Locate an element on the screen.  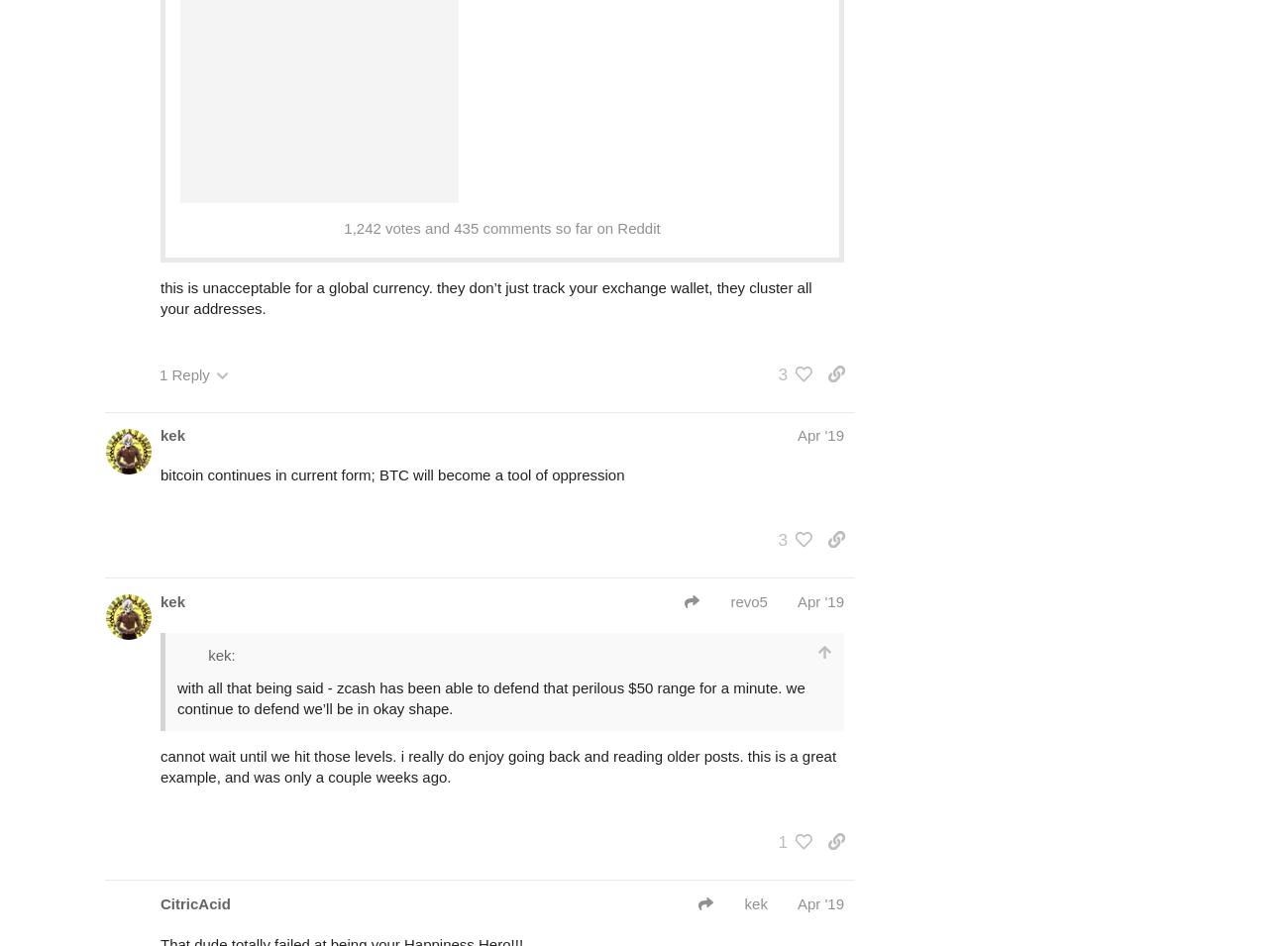
'revo5' is located at coordinates (748, 601).